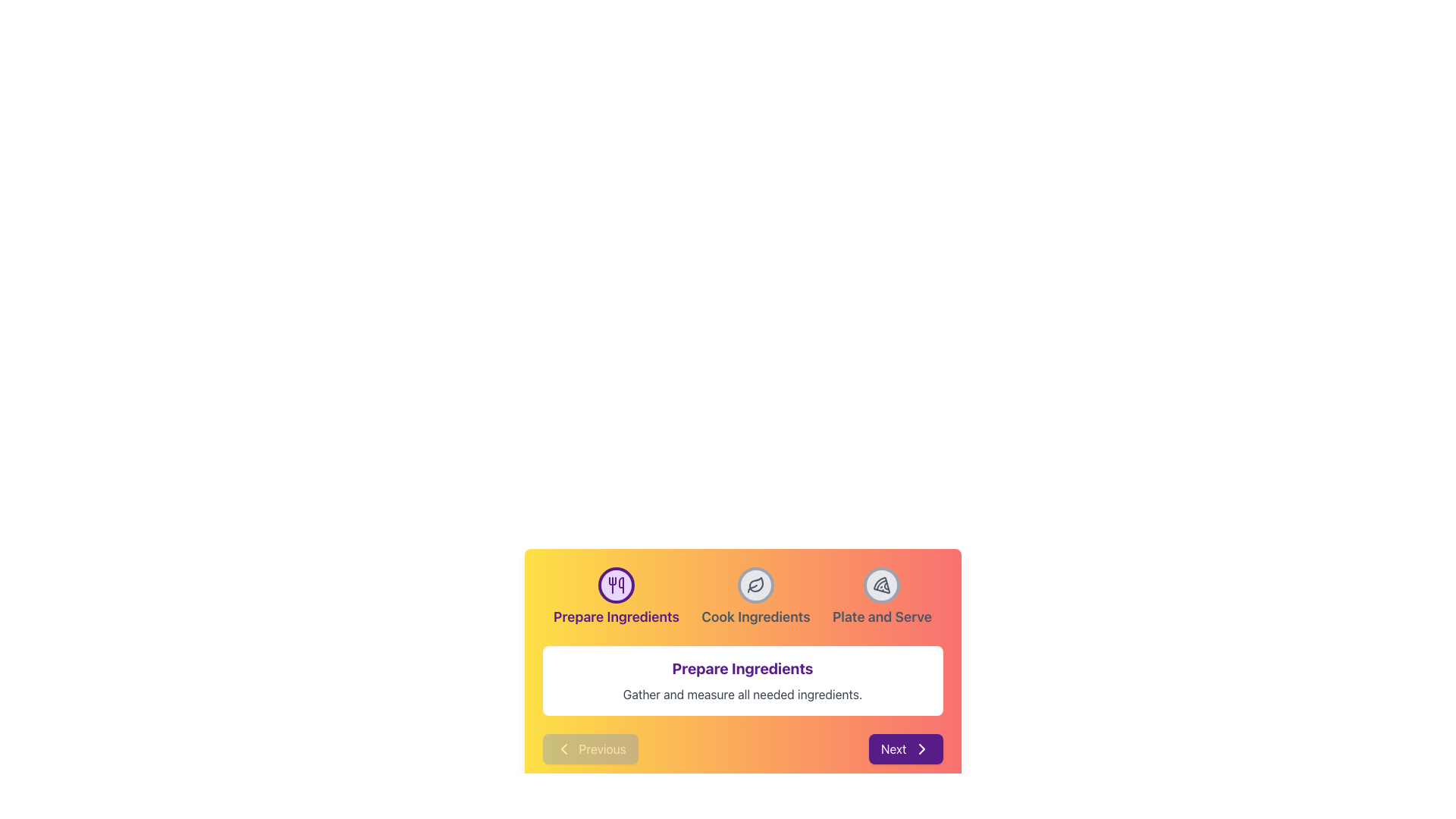  What do you see at coordinates (921, 748) in the screenshot?
I see `the small outlined arrow icon inside the 'Next' button located in the bottom-right corner of the interface` at bounding box center [921, 748].